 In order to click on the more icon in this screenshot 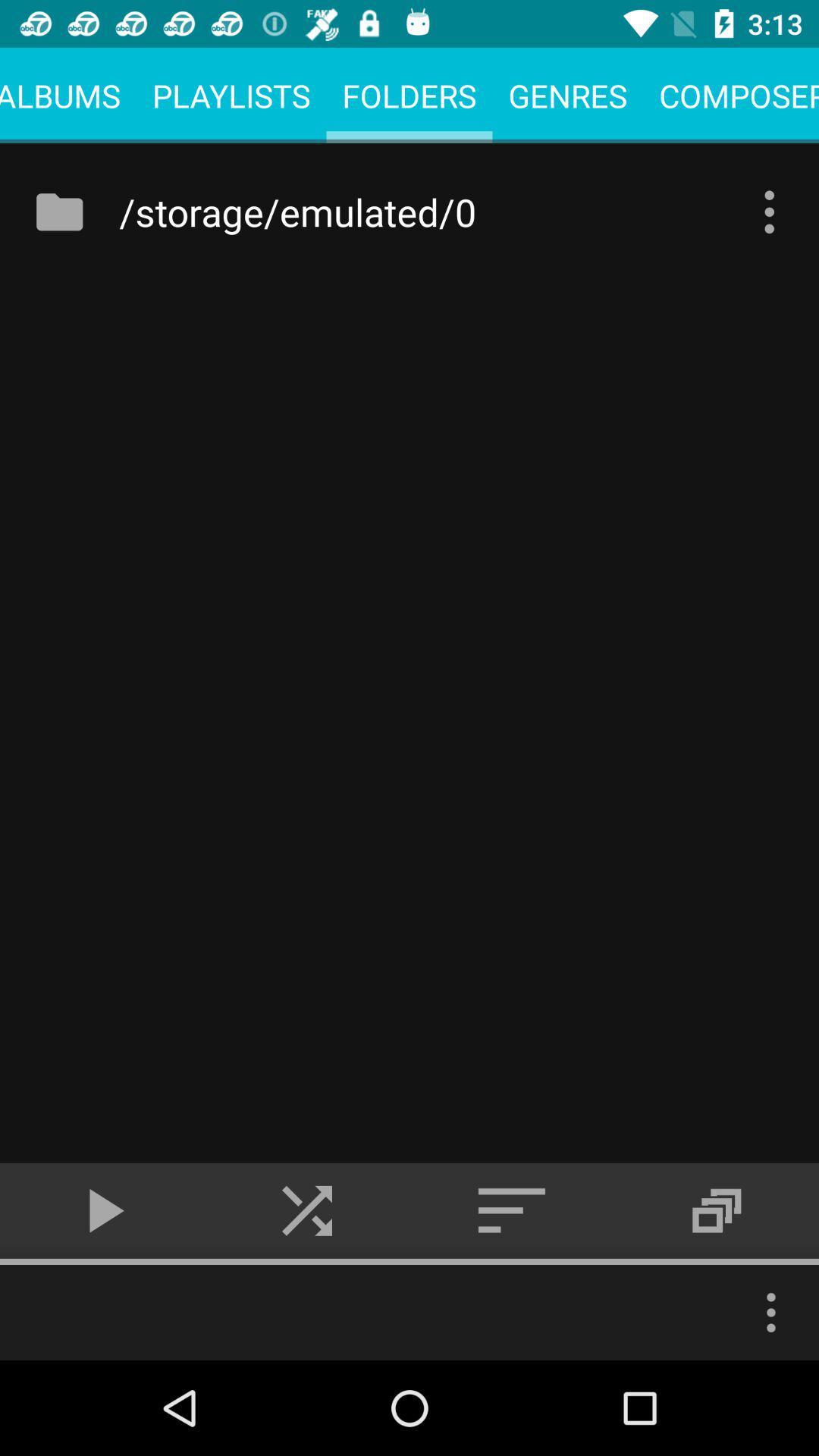, I will do `click(771, 1312)`.